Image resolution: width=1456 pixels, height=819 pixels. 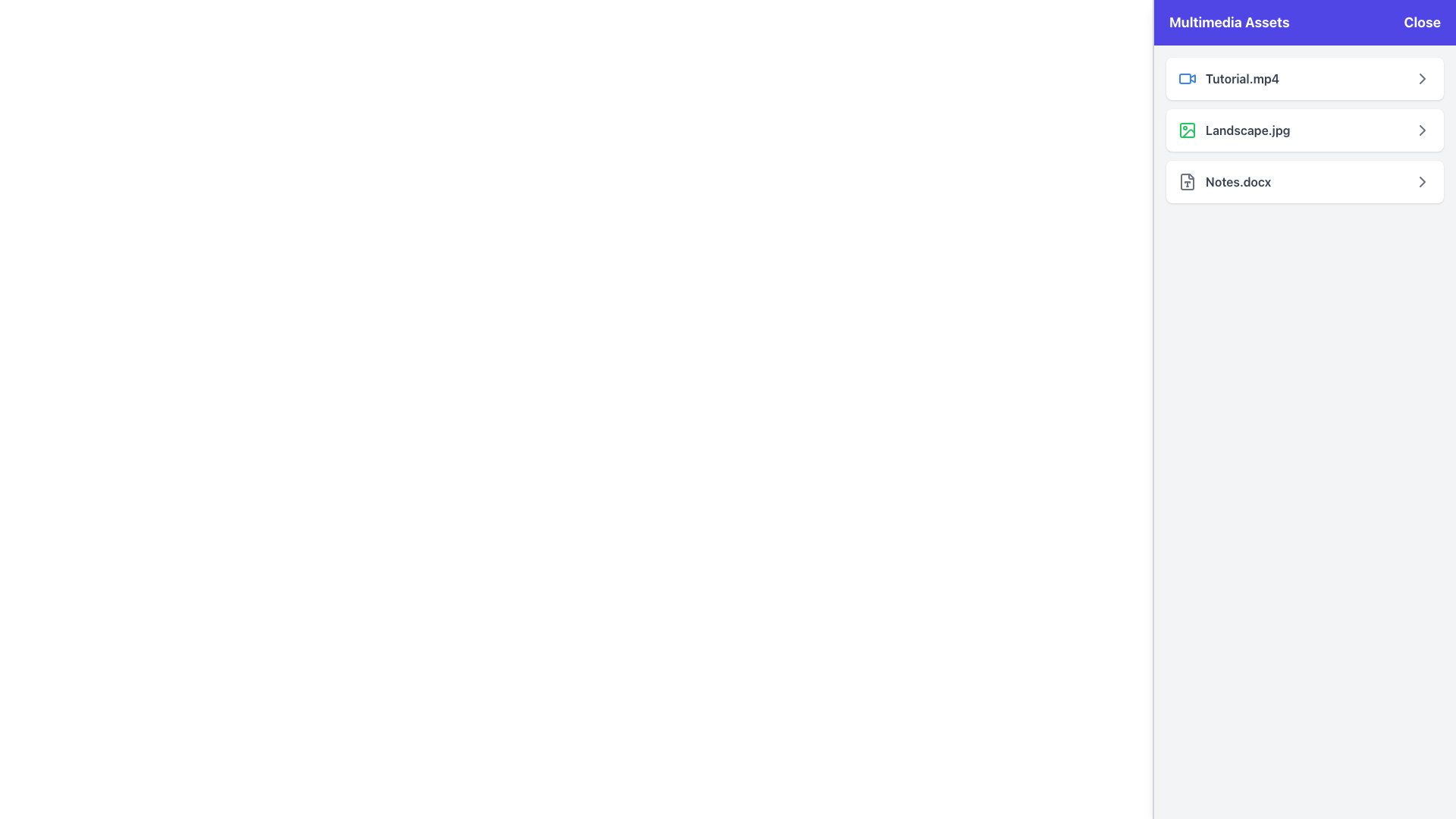 What do you see at coordinates (1304, 79) in the screenshot?
I see `the list item displaying the file named 'Tutorial.mp4'` at bounding box center [1304, 79].